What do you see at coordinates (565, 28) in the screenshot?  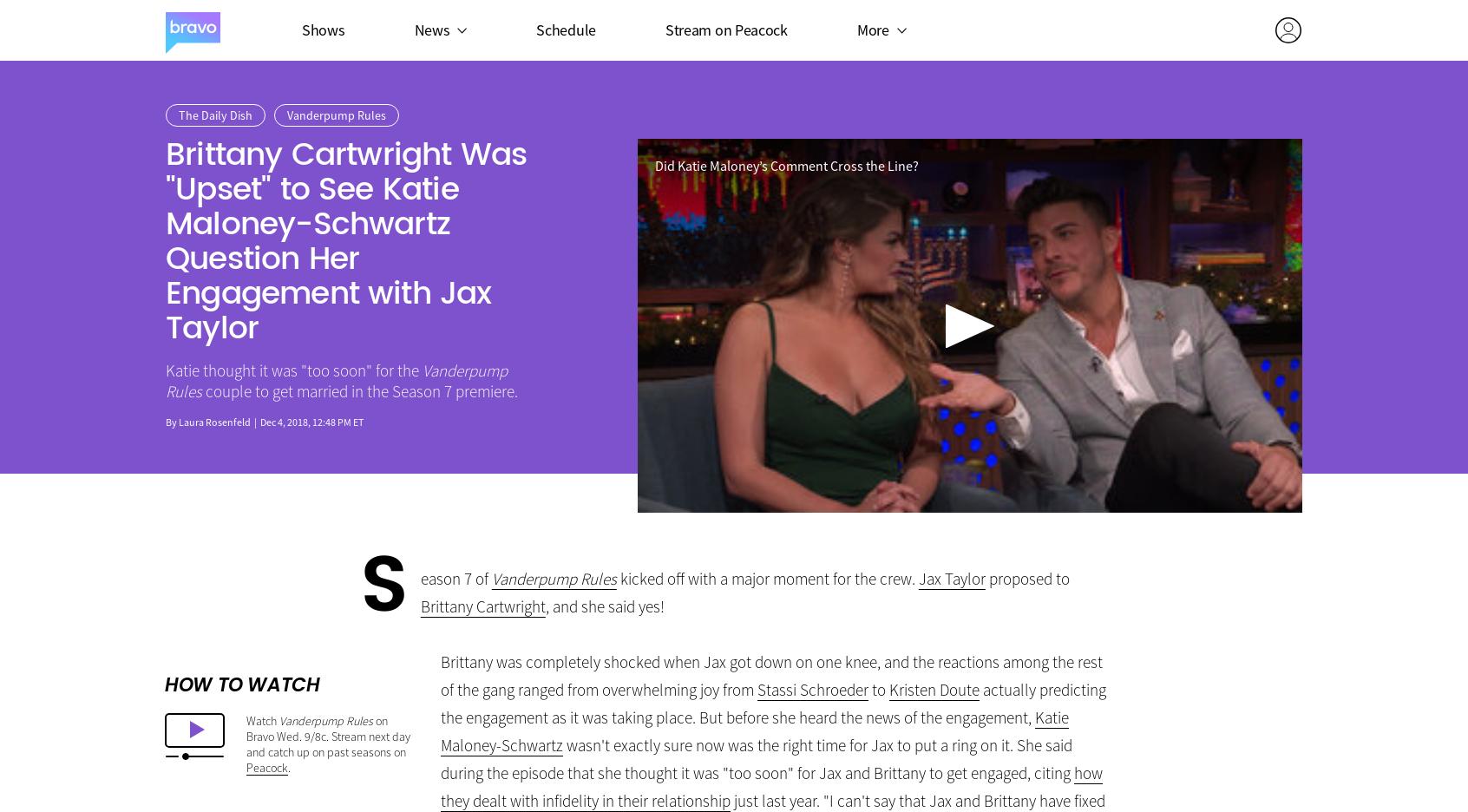 I see `'Schedule'` at bounding box center [565, 28].